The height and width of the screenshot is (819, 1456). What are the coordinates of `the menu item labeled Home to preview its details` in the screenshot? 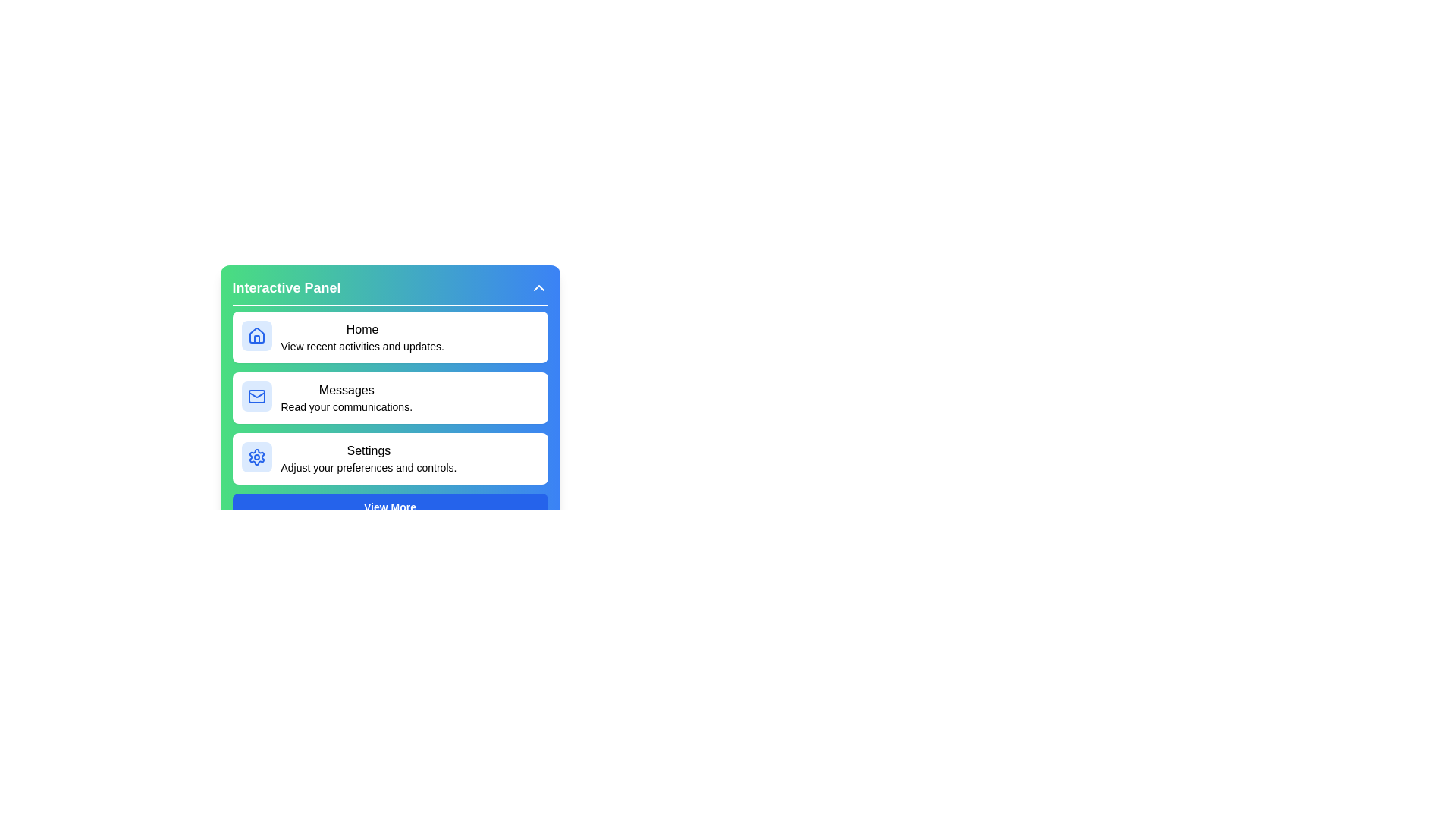 It's located at (390, 336).